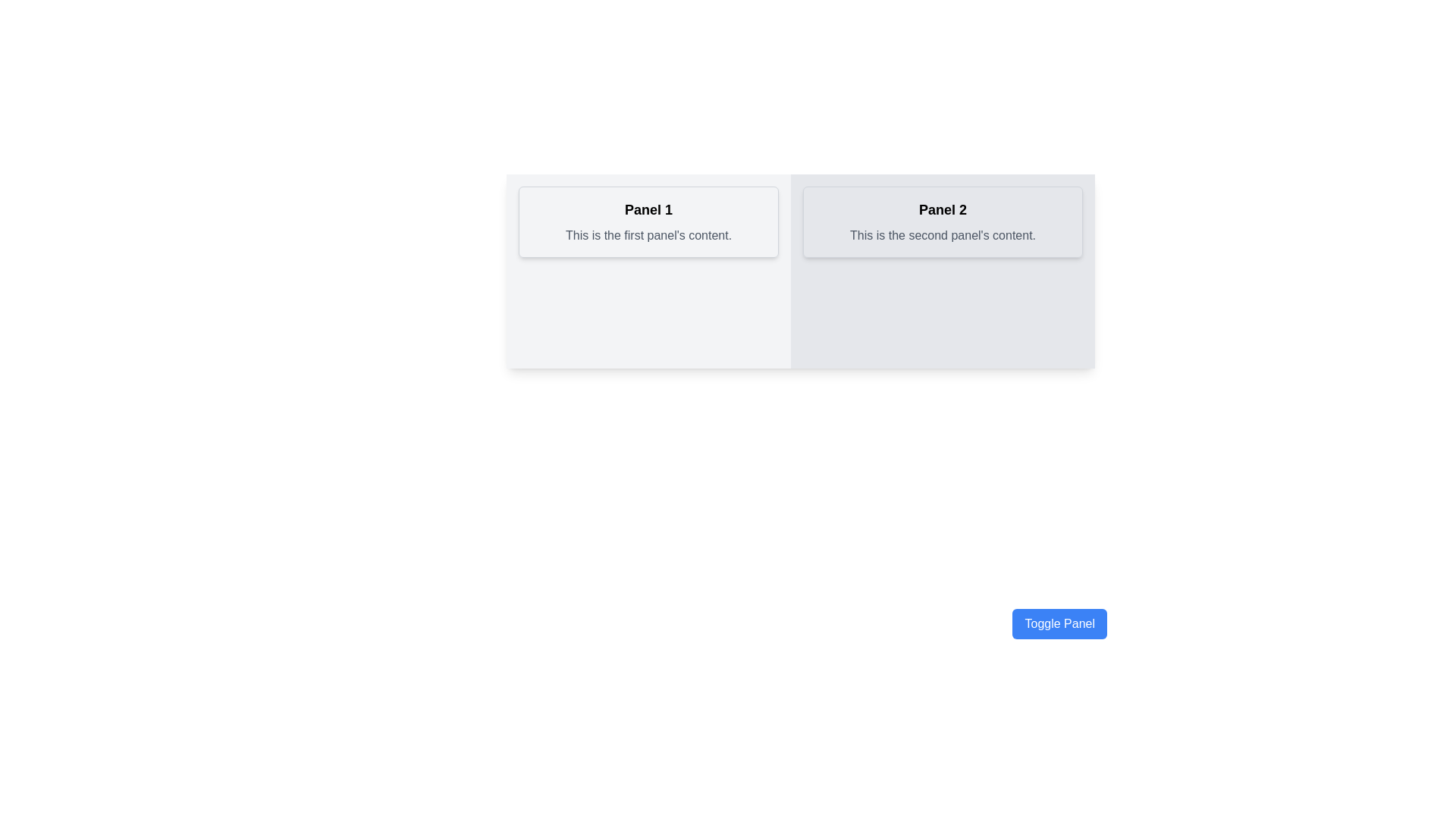 The width and height of the screenshot is (1456, 819). I want to click on the Text Label located under the 'Panel 2' header in the second panel, so click(942, 236).